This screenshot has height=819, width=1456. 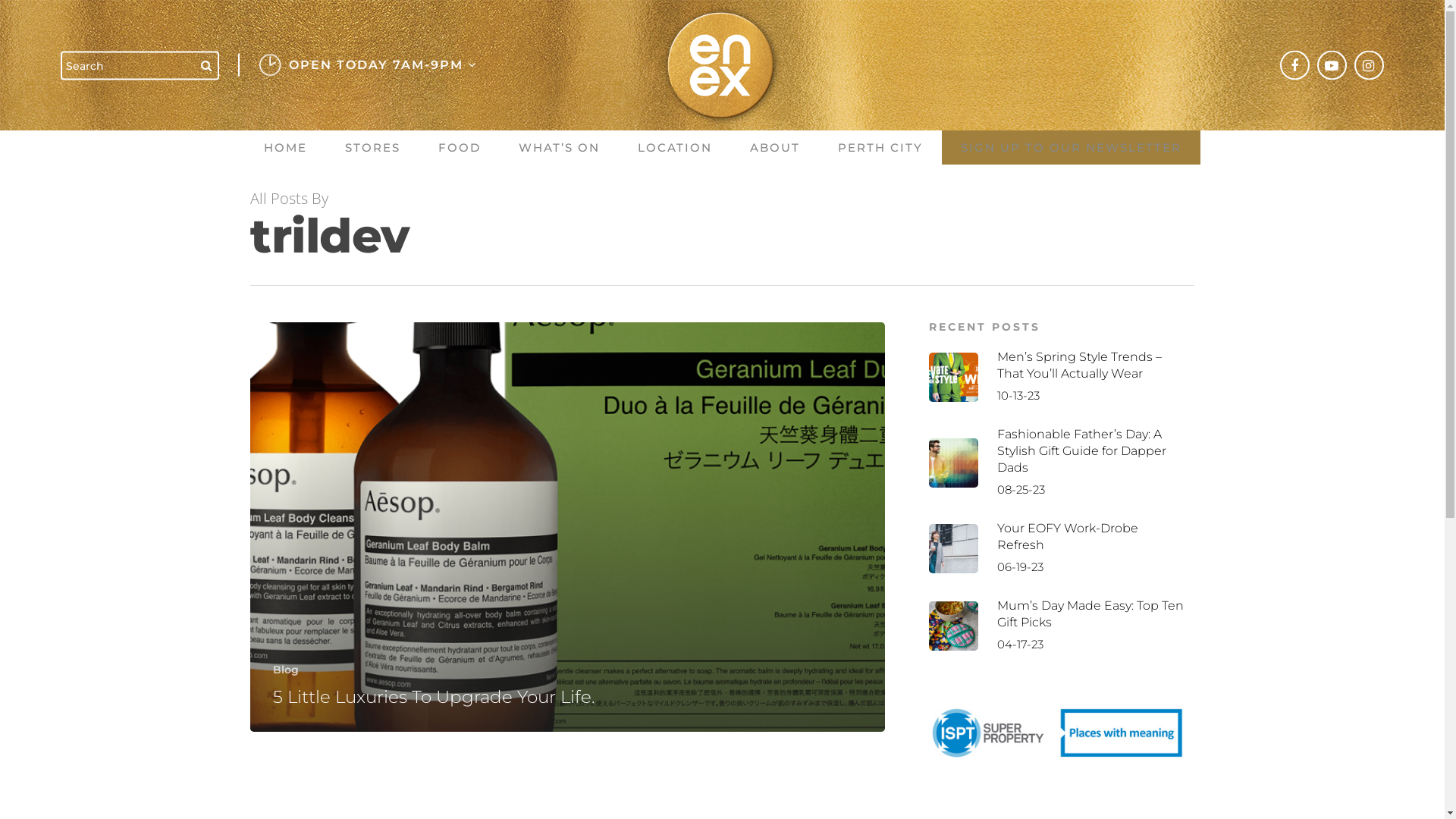 I want to click on 'FOOD', so click(x=457, y=147).